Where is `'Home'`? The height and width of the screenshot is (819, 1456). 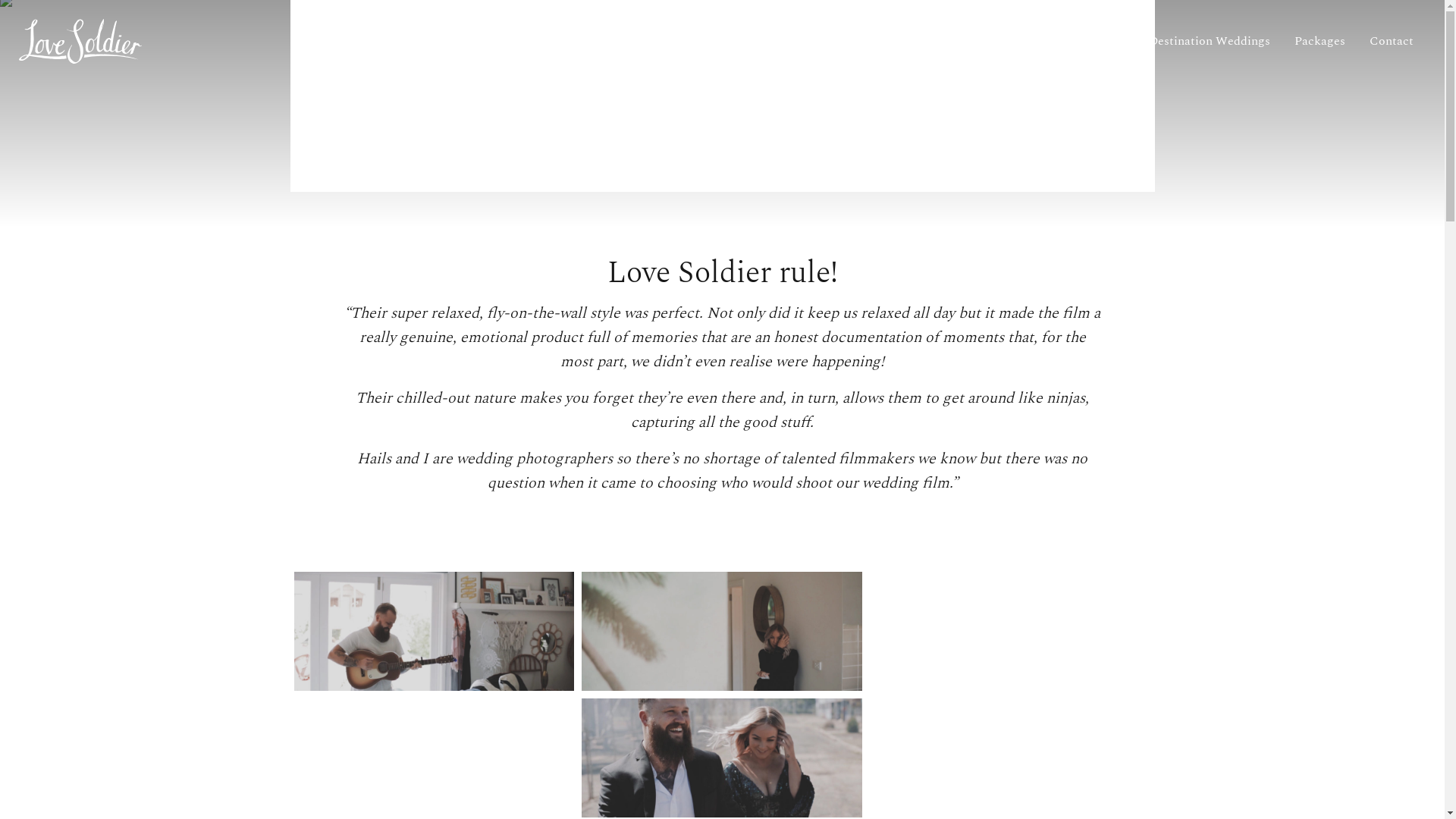 'Home' is located at coordinates (993, 40).